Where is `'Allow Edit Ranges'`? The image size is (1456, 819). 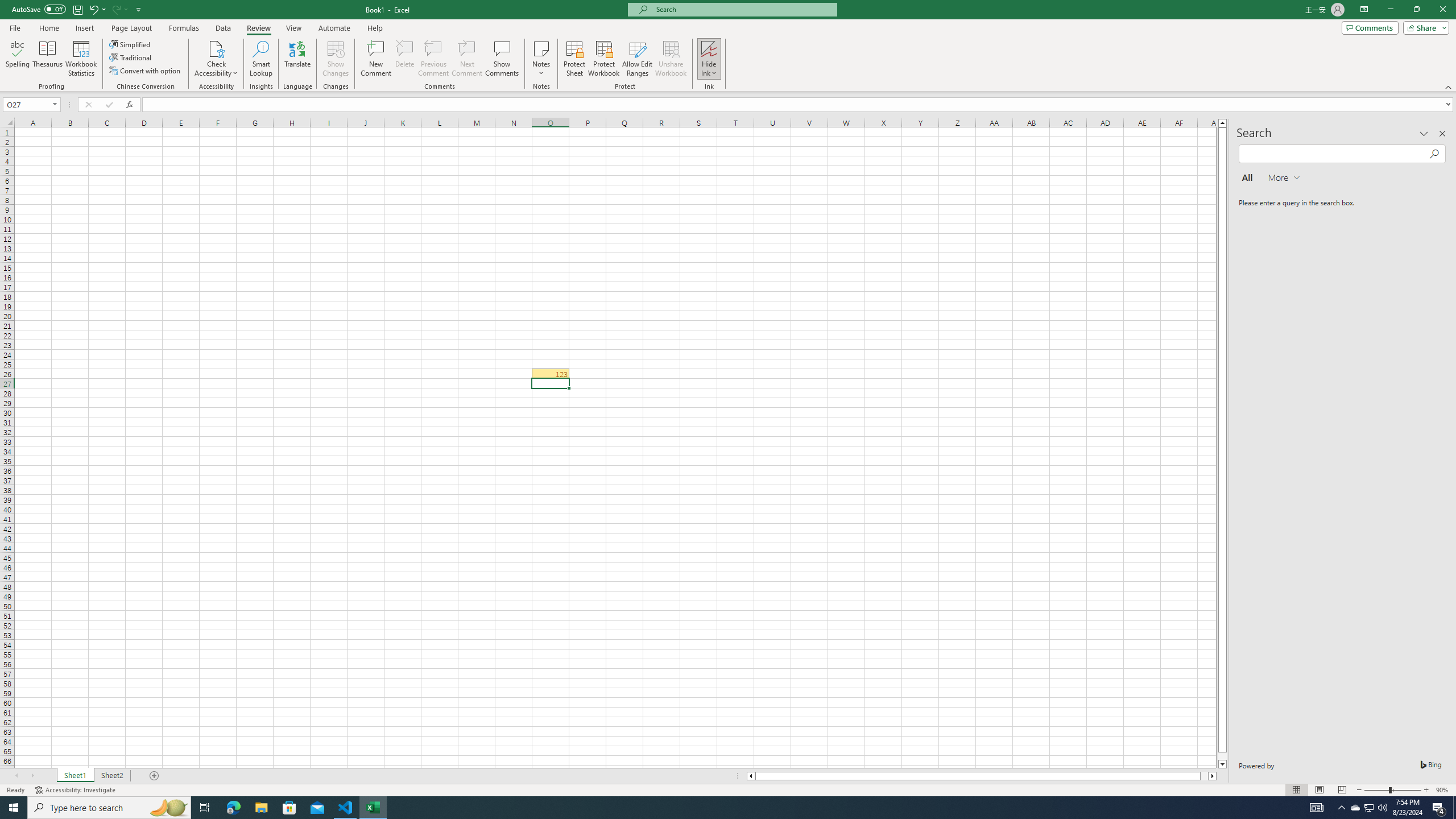 'Allow Edit Ranges' is located at coordinates (638, 59).